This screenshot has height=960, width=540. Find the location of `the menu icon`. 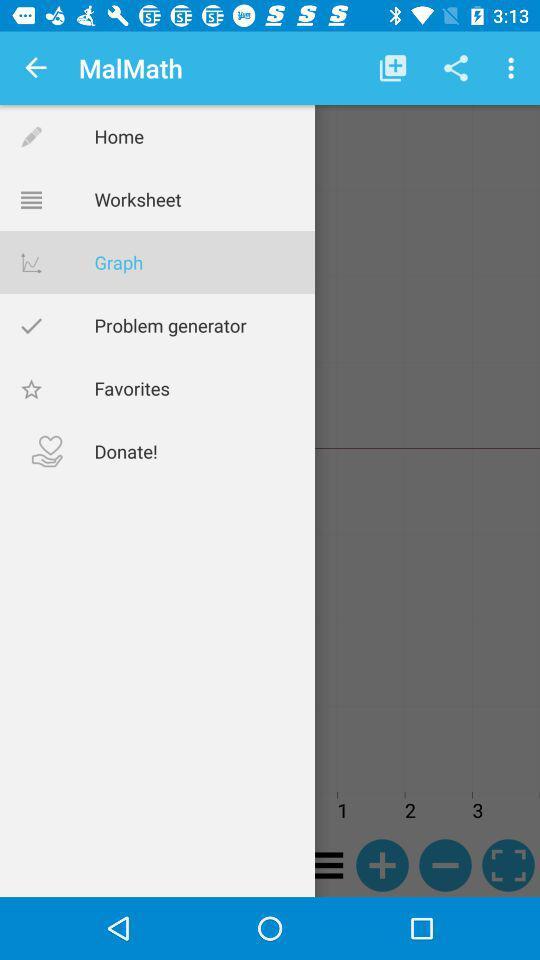

the menu icon is located at coordinates (319, 864).